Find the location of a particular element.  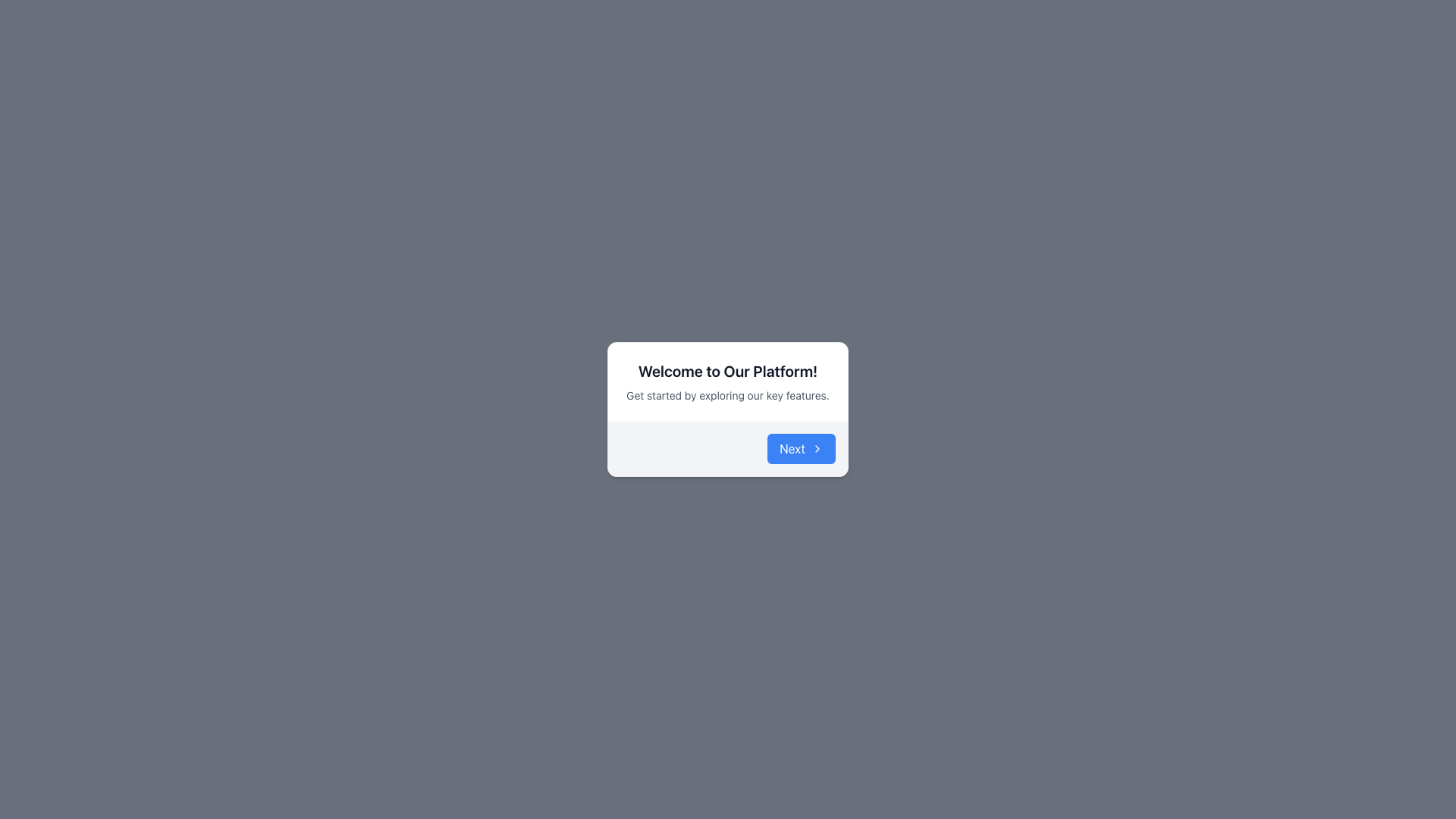

the right-facing chevron arrow icon located on the 'Next' button with a blue background and rounded borders is located at coordinates (816, 447).